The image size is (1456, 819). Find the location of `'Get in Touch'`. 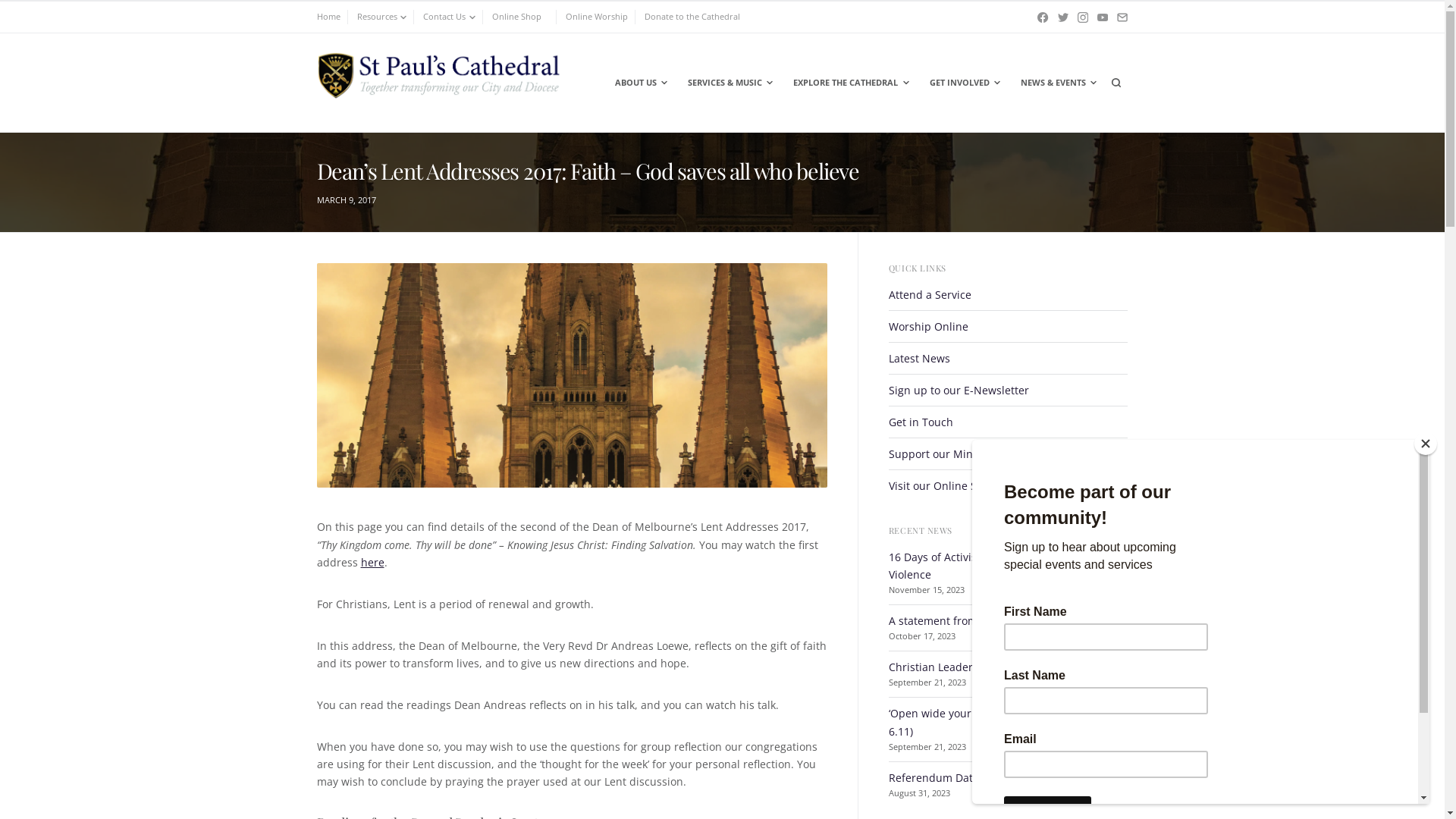

'Get in Touch' is located at coordinates (920, 422).